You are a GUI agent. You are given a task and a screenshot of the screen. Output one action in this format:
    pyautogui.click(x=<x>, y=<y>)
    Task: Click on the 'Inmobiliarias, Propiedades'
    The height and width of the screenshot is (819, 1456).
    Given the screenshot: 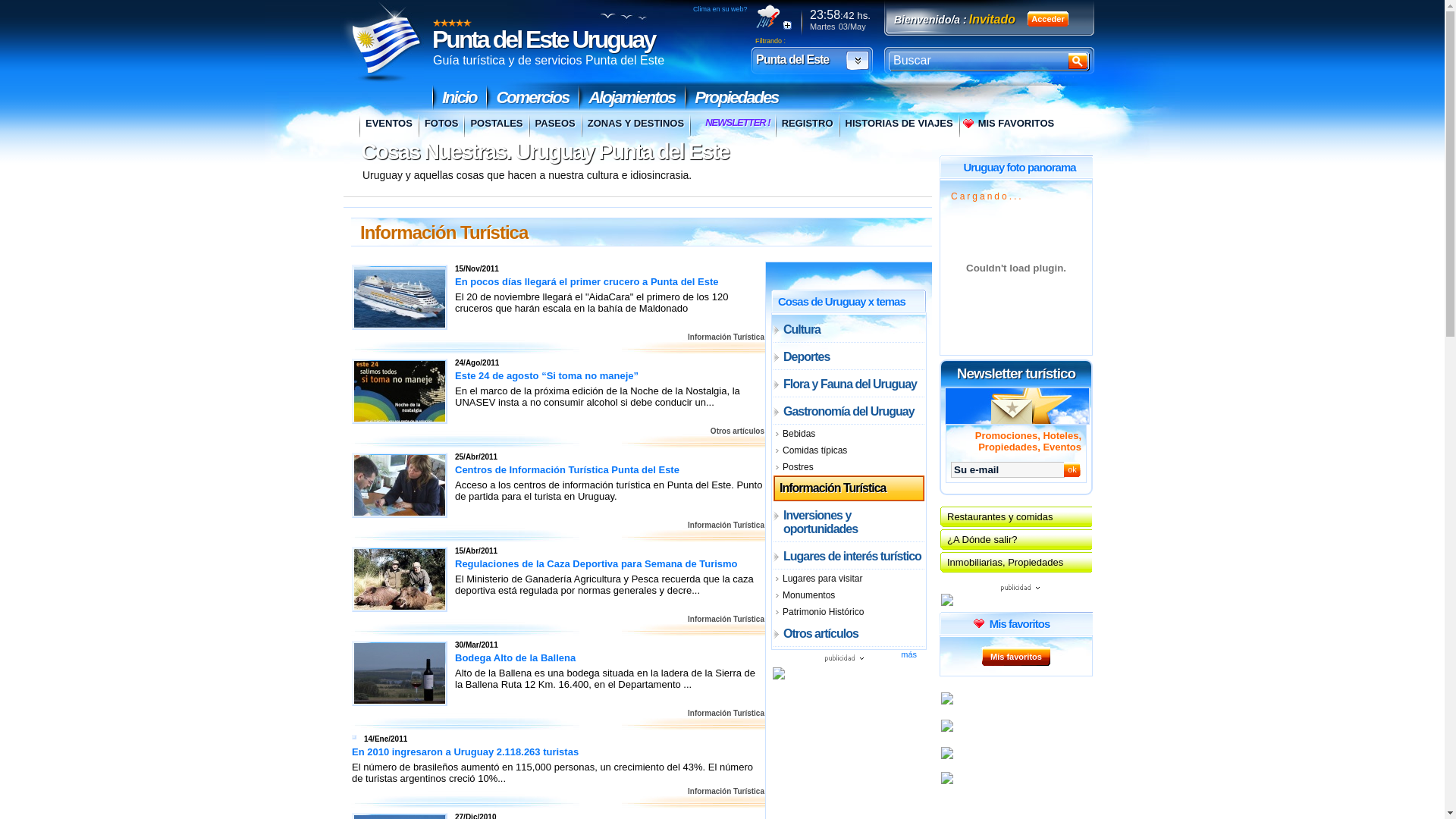 What is the action you would take?
    pyautogui.click(x=1015, y=562)
    